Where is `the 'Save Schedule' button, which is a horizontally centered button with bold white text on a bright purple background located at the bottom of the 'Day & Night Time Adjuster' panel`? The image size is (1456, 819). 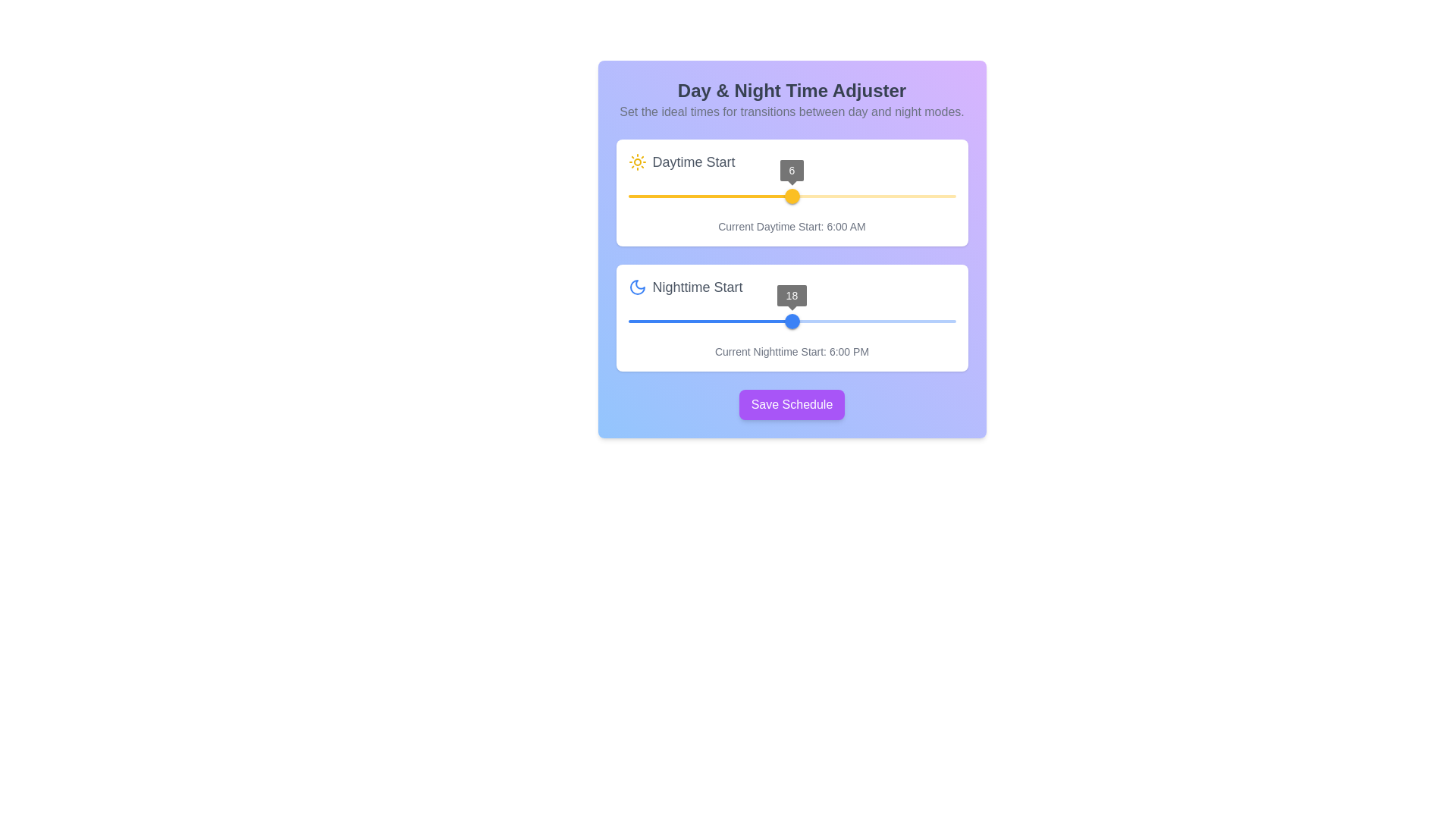
the 'Save Schedule' button, which is a horizontally centered button with bold white text on a bright purple background located at the bottom of the 'Day & Night Time Adjuster' panel is located at coordinates (791, 403).